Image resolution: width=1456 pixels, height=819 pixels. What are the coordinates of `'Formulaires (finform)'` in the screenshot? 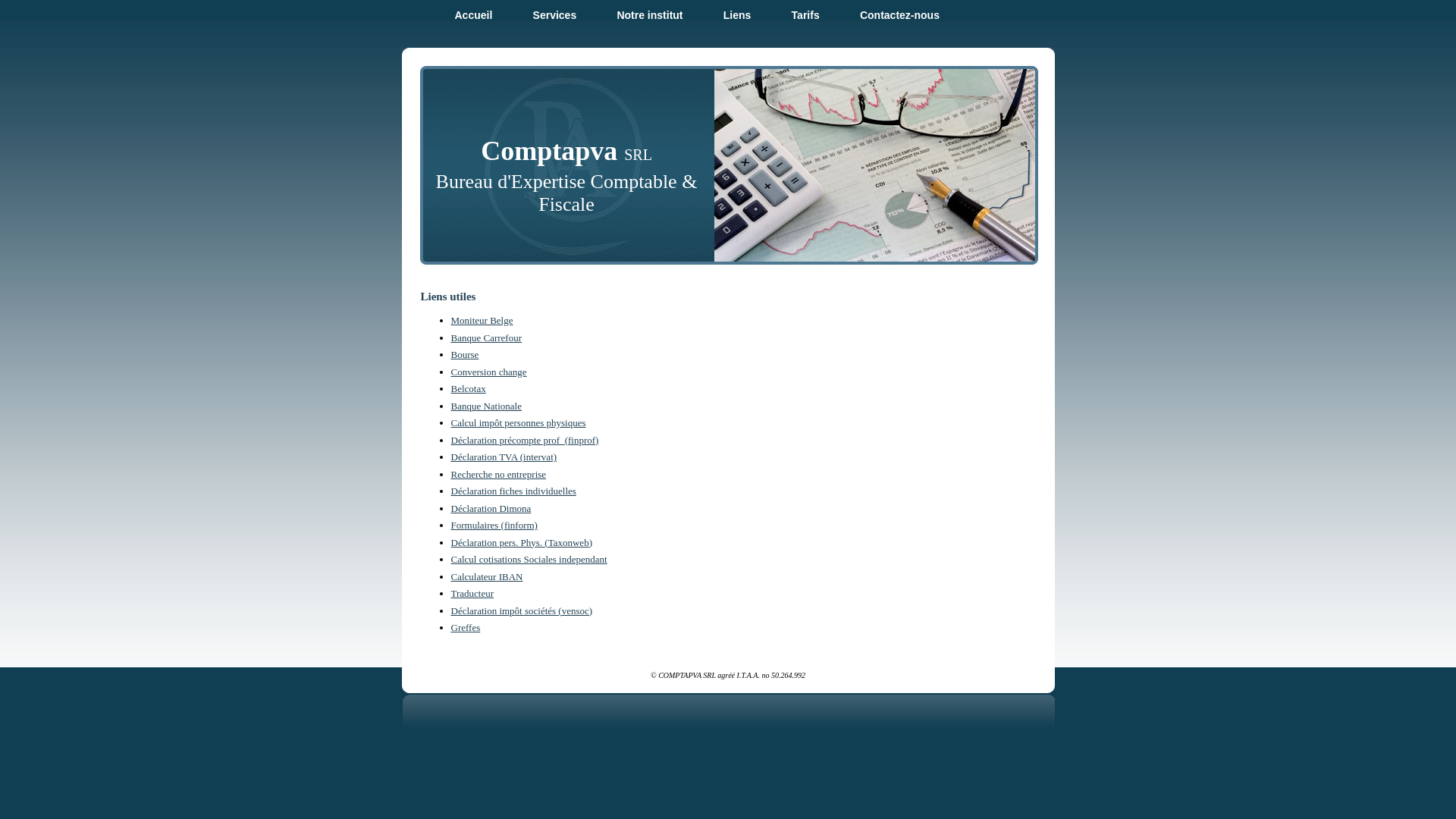 It's located at (450, 524).